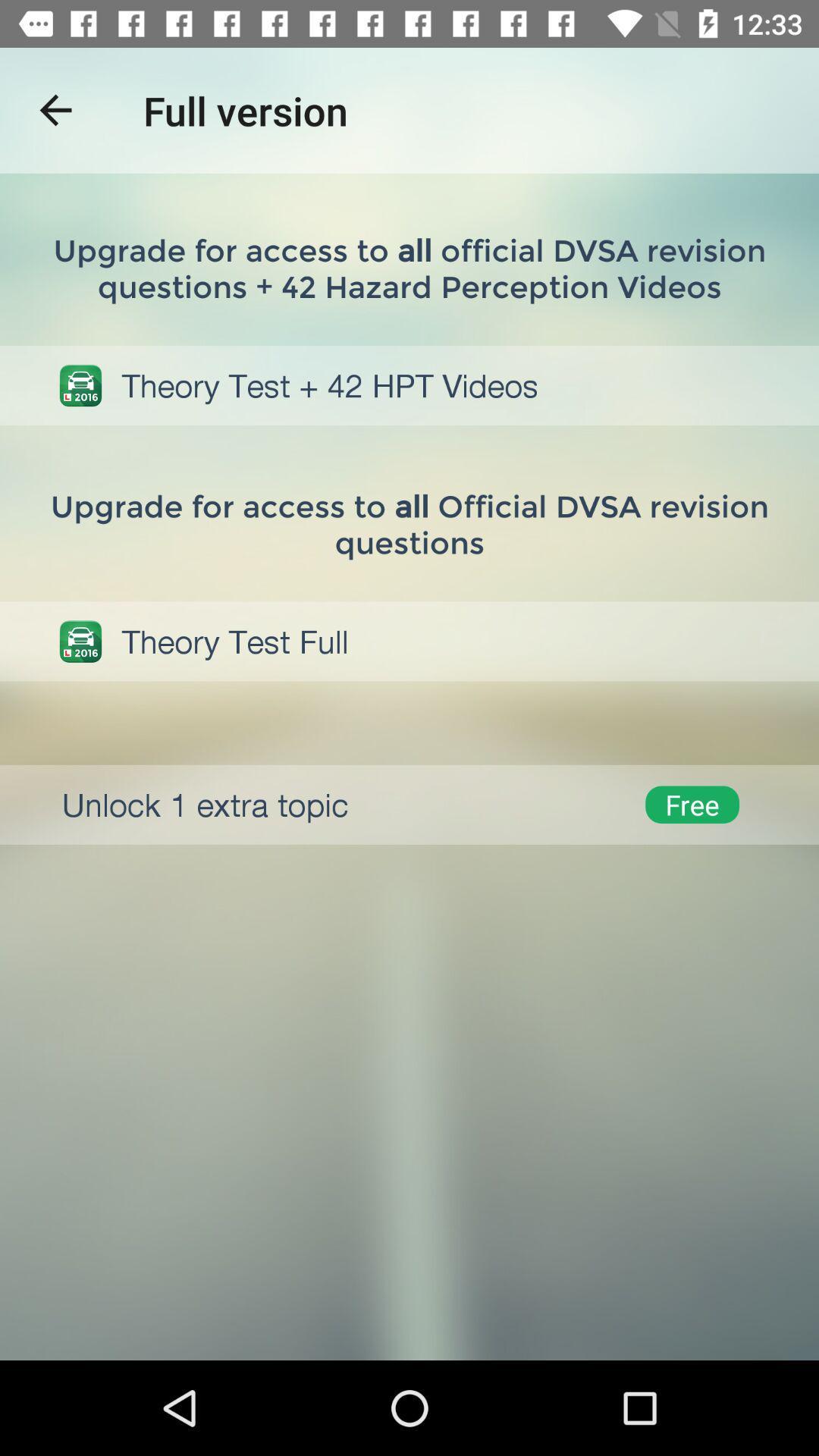 The width and height of the screenshot is (819, 1456). Describe the element at coordinates (55, 109) in the screenshot. I see `the item above the upgrade for access icon` at that location.